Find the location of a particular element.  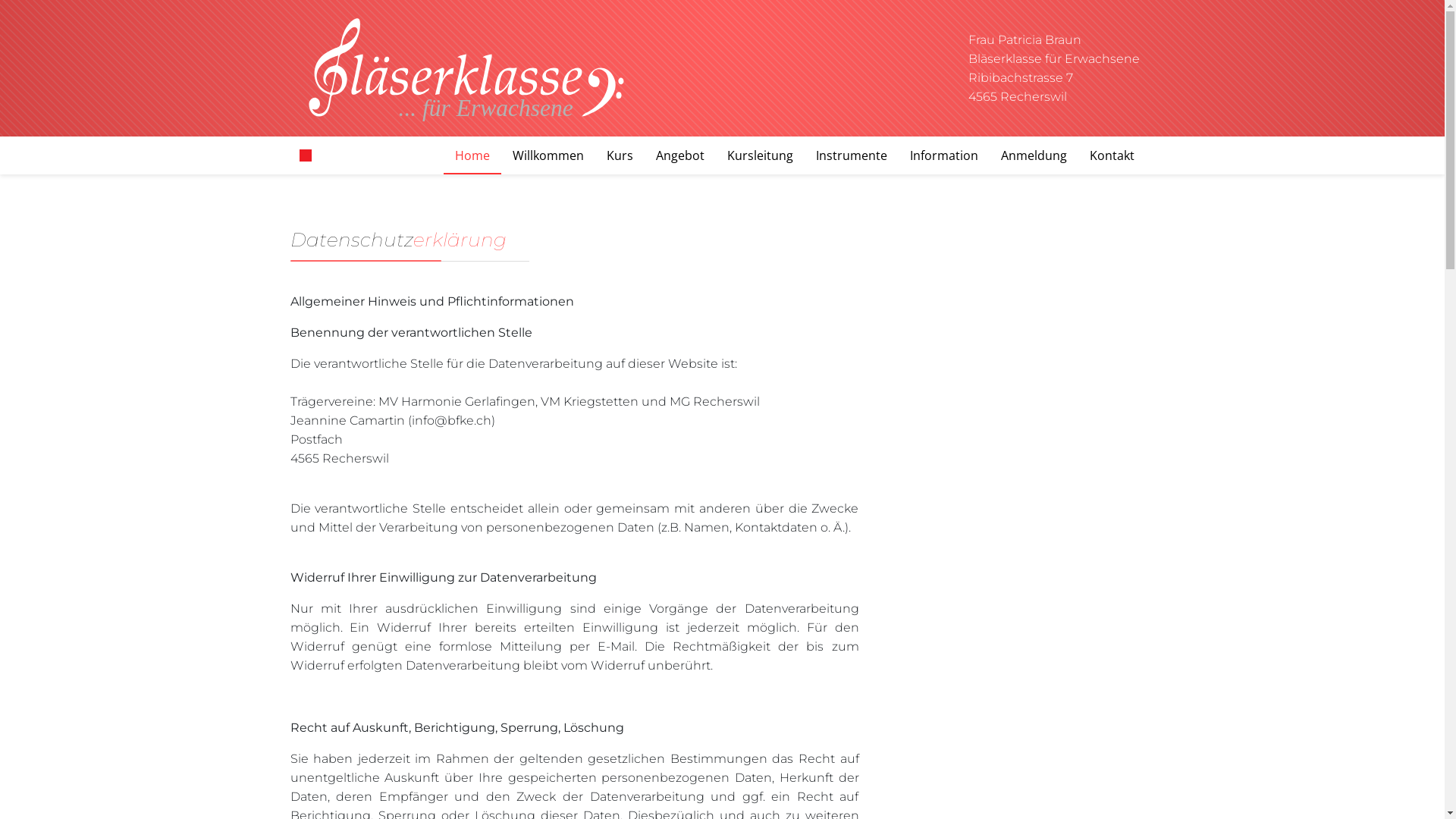

'Anmeldung' is located at coordinates (1032, 155).